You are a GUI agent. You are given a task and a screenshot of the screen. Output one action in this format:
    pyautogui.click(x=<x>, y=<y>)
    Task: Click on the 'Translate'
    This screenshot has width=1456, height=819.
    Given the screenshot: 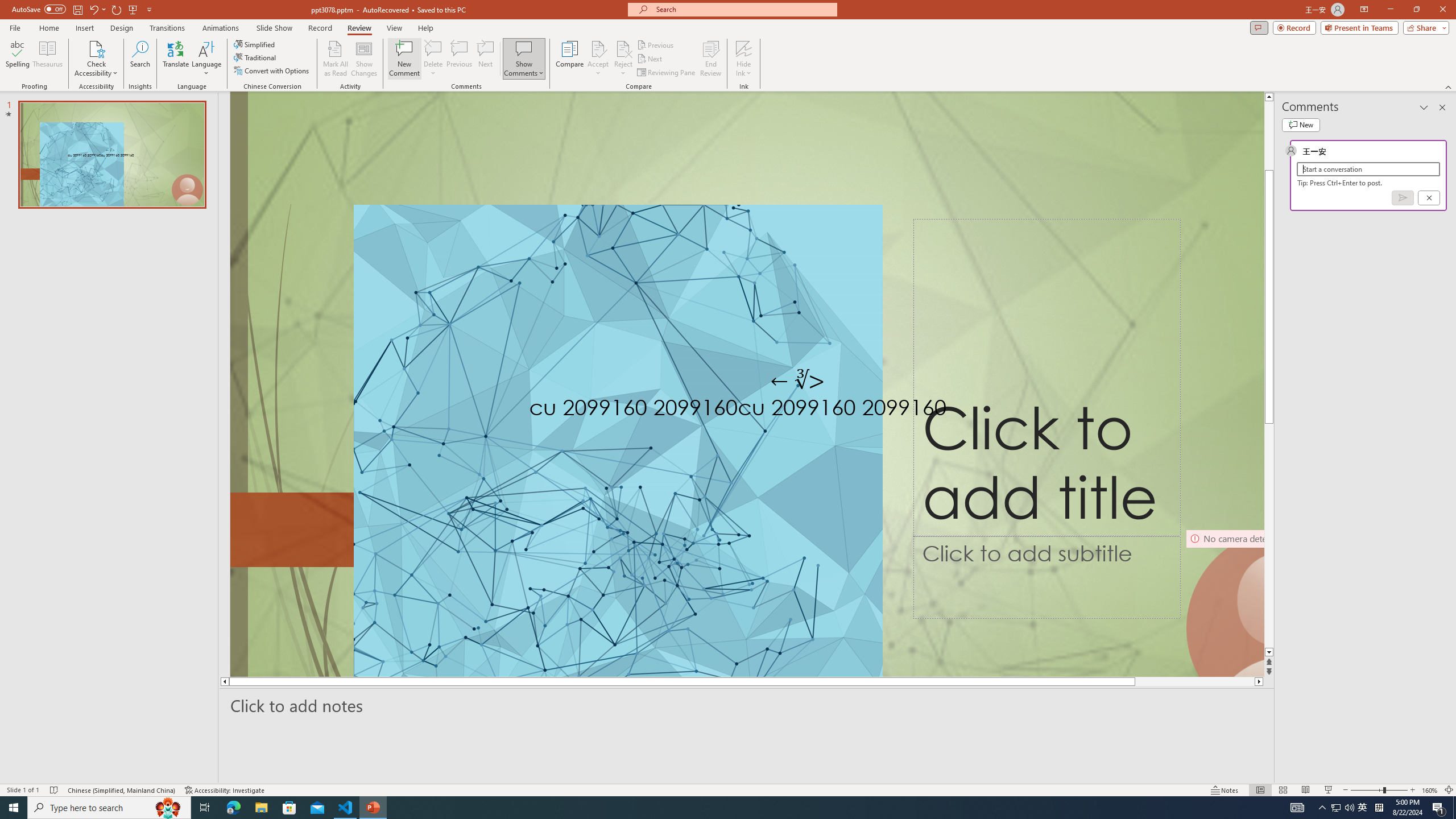 What is the action you would take?
    pyautogui.click(x=176, y=59)
    